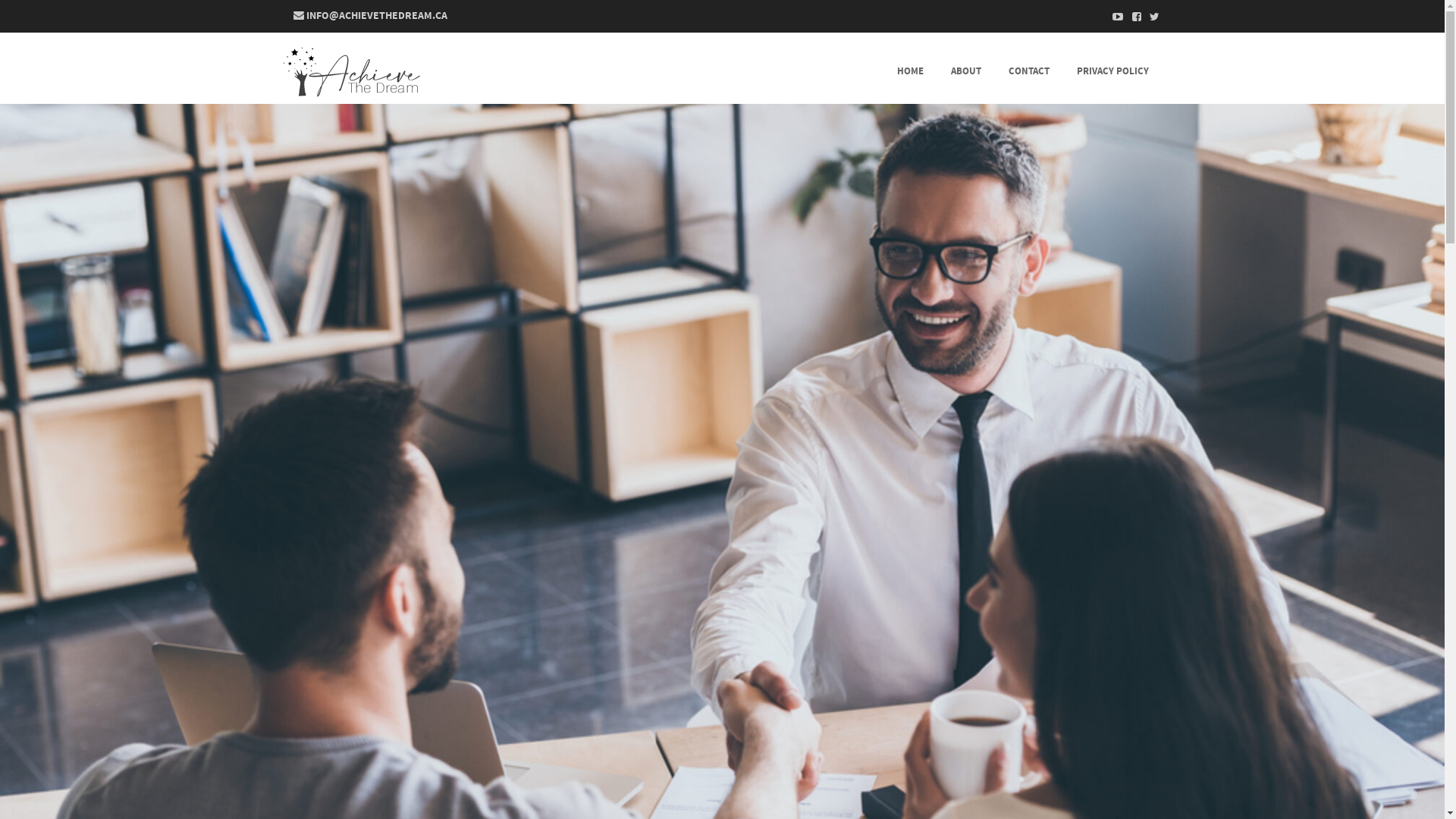 Image resolution: width=1456 pixels, height=819 pixels. Describe the element at coordinates (1131, 17) in the screenshot. I see `'Facebook'` at that location.